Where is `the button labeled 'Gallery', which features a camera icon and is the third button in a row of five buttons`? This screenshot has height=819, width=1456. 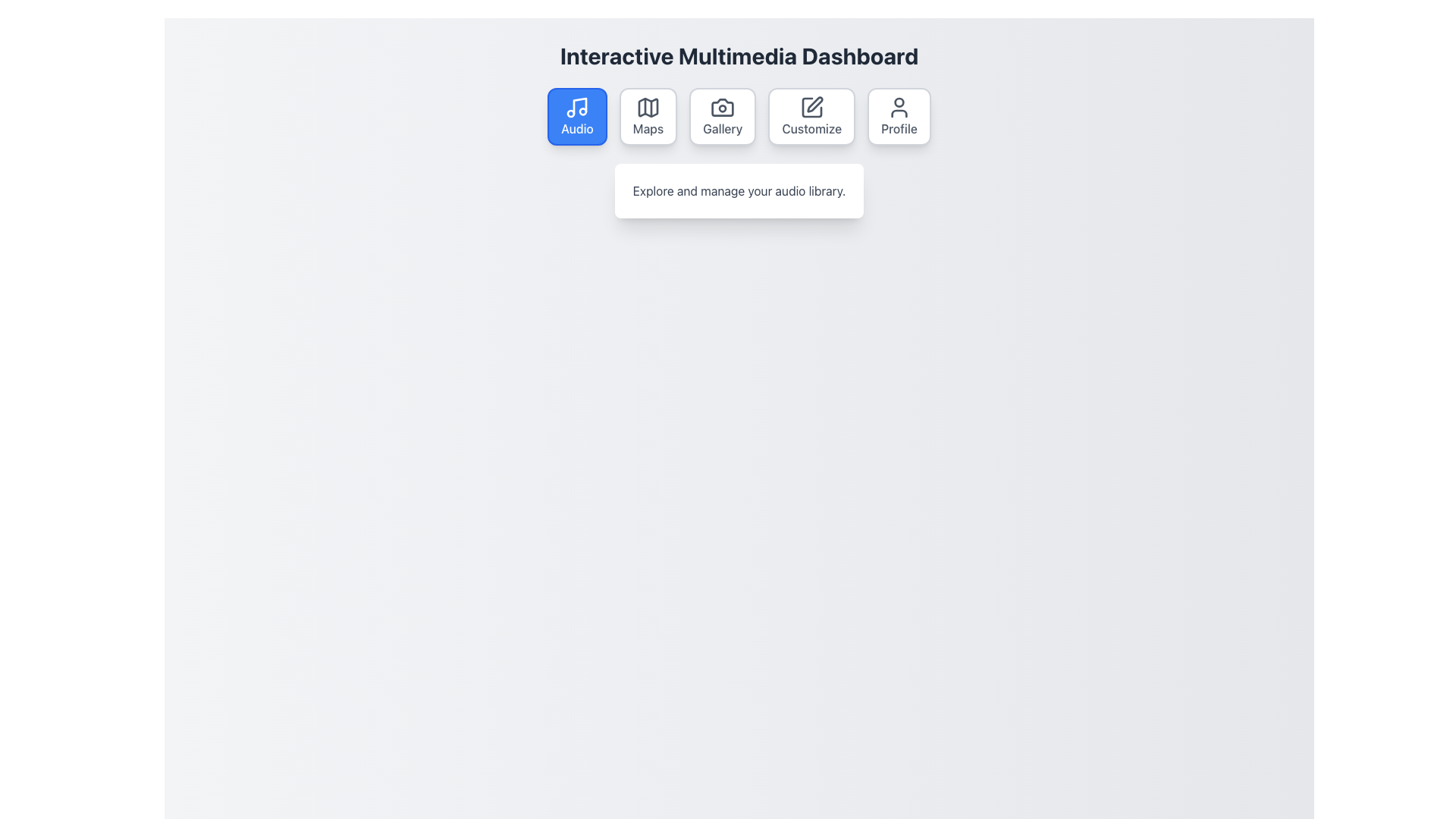
the button labeled 'Gallery', which features a camera icon and is the third button in a row of five buttons is located at coordinates (722, 116).